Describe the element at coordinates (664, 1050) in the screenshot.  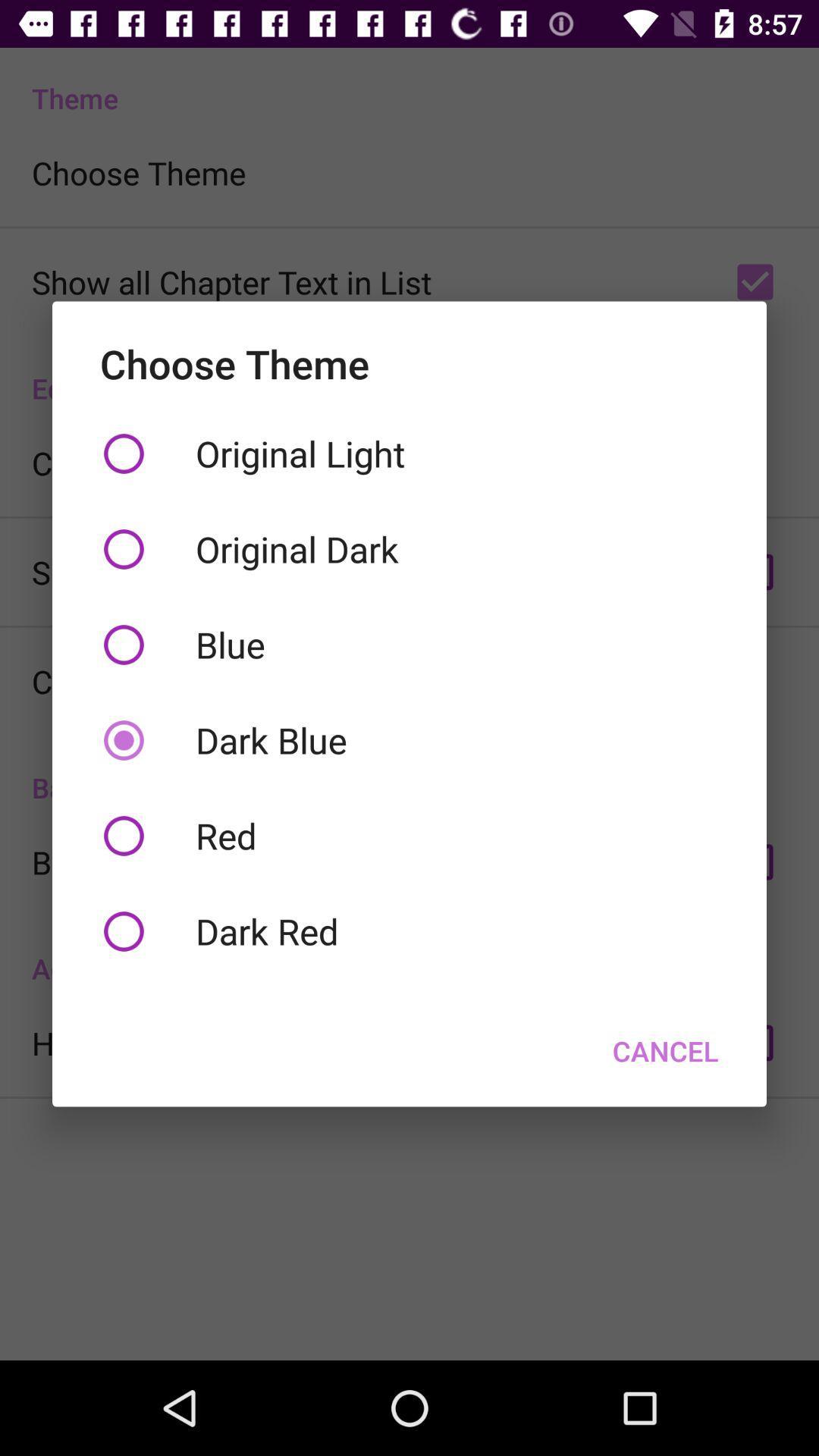
I see `the cancel icon` at that location.